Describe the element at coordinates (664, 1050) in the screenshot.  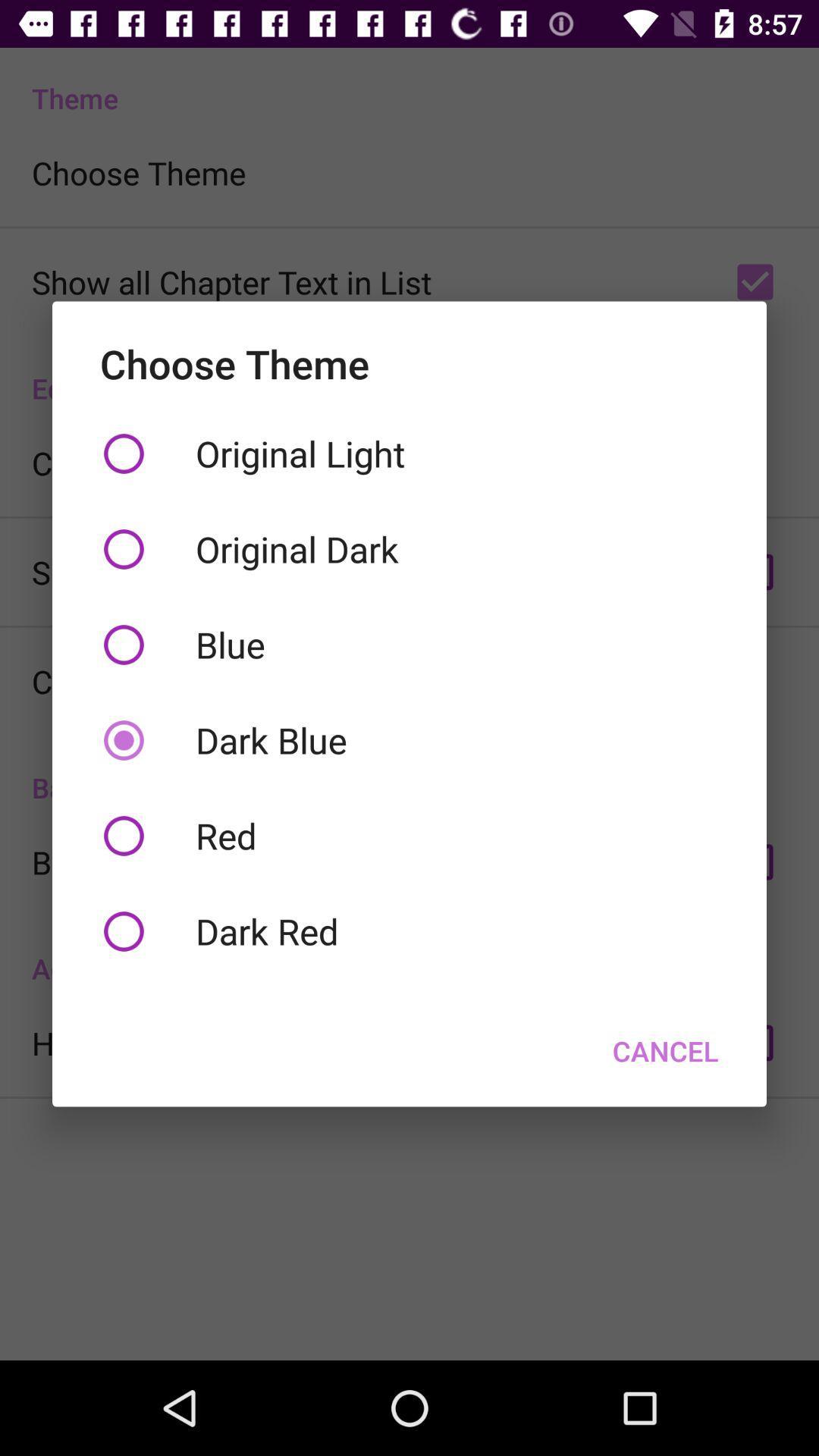
I see `the cancel icon` at that location.